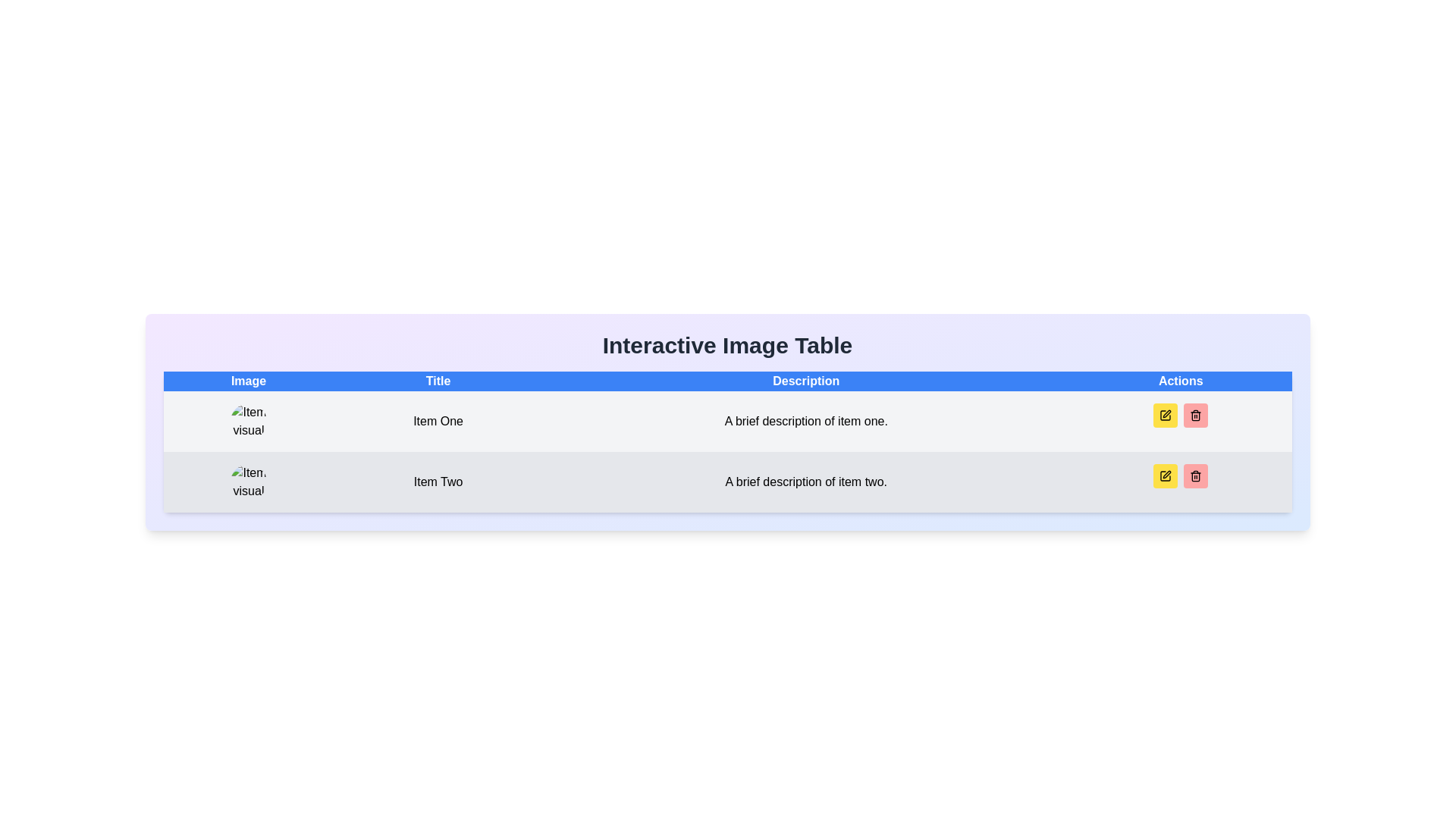 This screenshot has width=1456, height=819. I want to click on the image representing 'Item Two' in the second row of the table, located under the column labeled 'Image', so click(248, 482).